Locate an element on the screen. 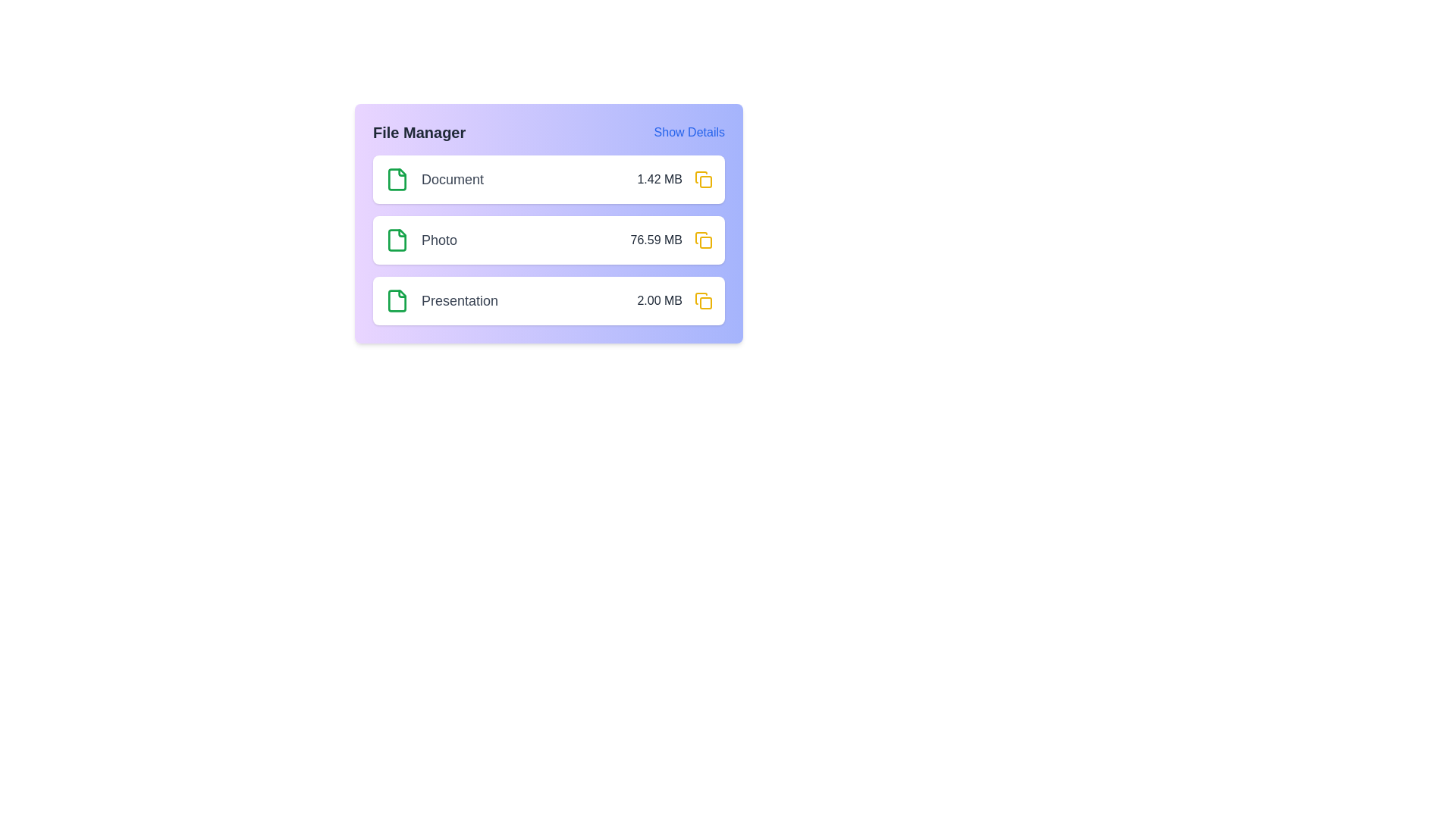  text label displaying the file name 'Photo' in the File Manager list, which is the second entry between 'Document' and 'Presentation' is located at coordinates (438, 239).